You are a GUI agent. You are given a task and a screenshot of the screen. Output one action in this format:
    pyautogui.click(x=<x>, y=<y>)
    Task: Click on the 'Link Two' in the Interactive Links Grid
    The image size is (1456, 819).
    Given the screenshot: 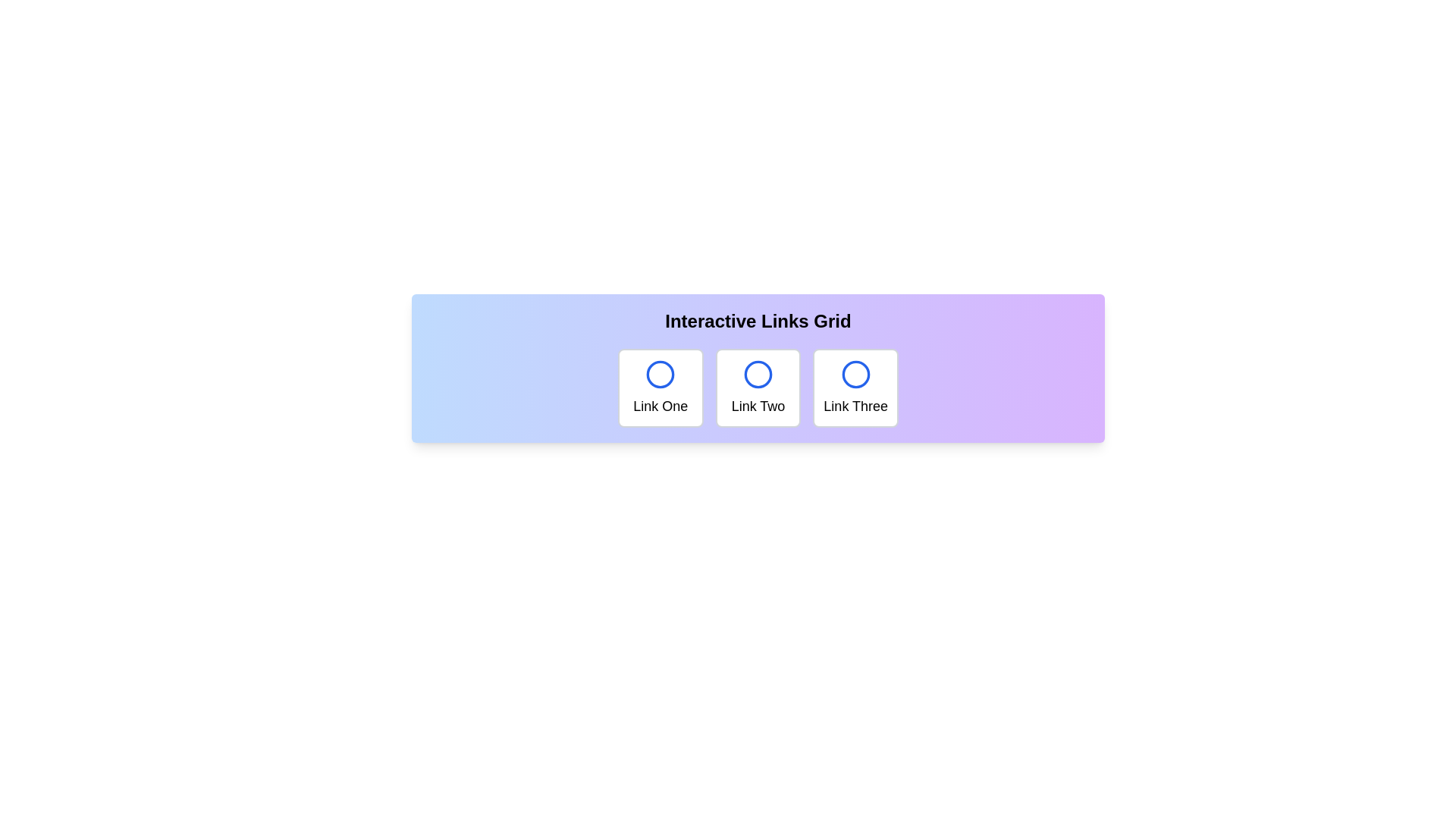 What is the action you would take?
    pyautogui.click(x=758, y=388)
    